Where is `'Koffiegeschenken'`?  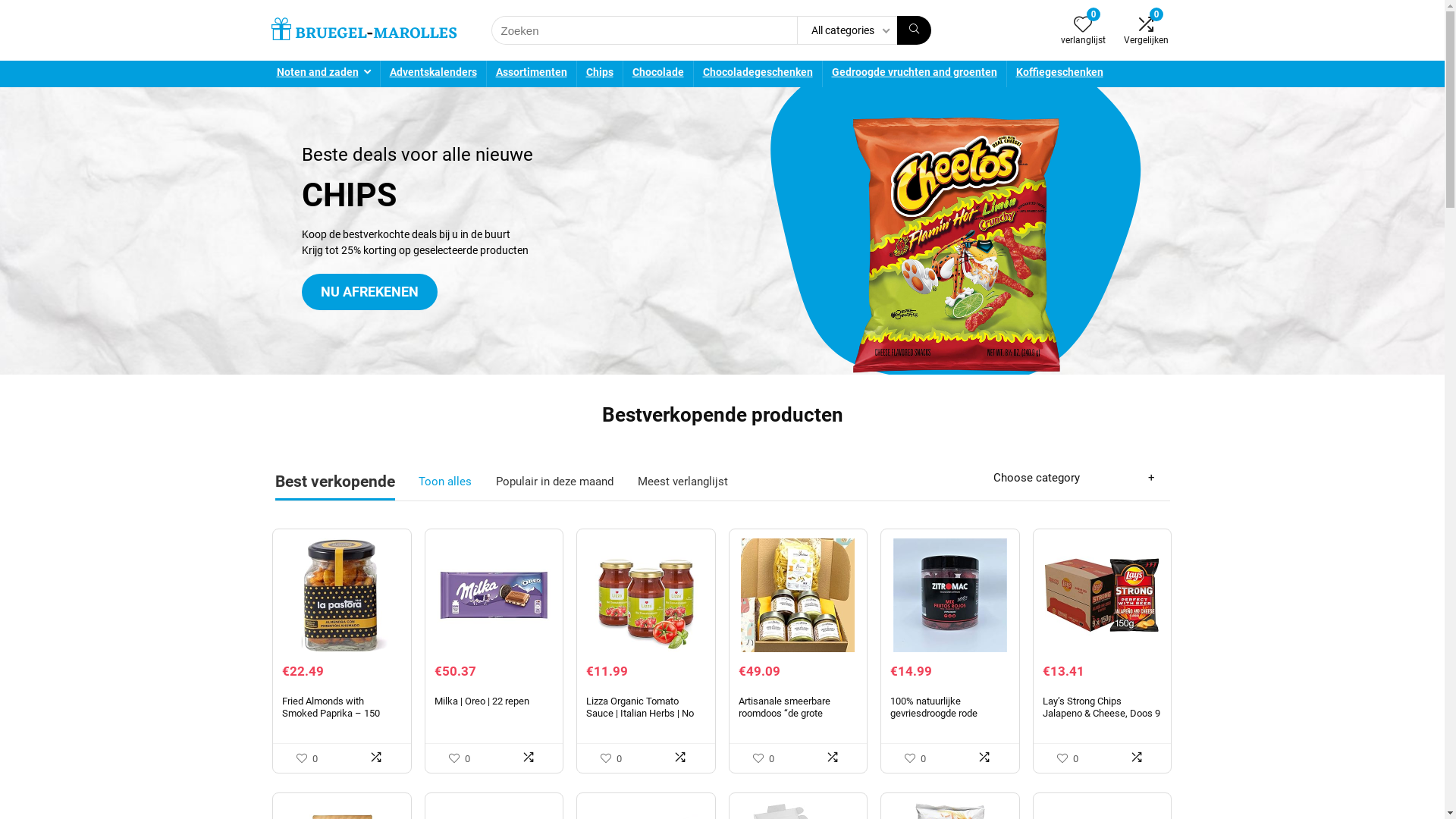
'Koffiegeschenken' is located at coordinates (1059, 74).